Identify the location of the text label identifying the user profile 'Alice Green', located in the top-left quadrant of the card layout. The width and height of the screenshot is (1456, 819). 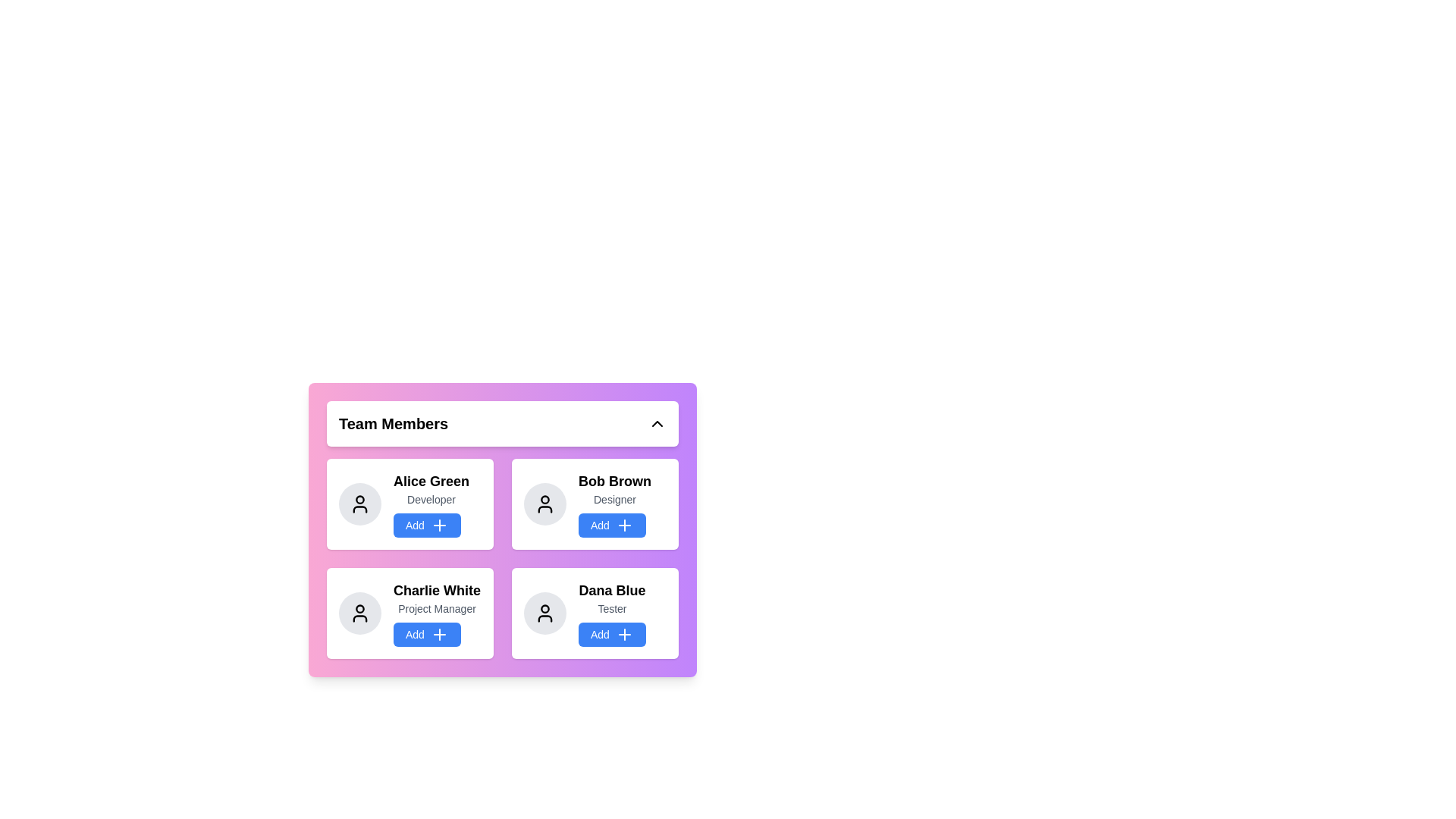
(431, 482).